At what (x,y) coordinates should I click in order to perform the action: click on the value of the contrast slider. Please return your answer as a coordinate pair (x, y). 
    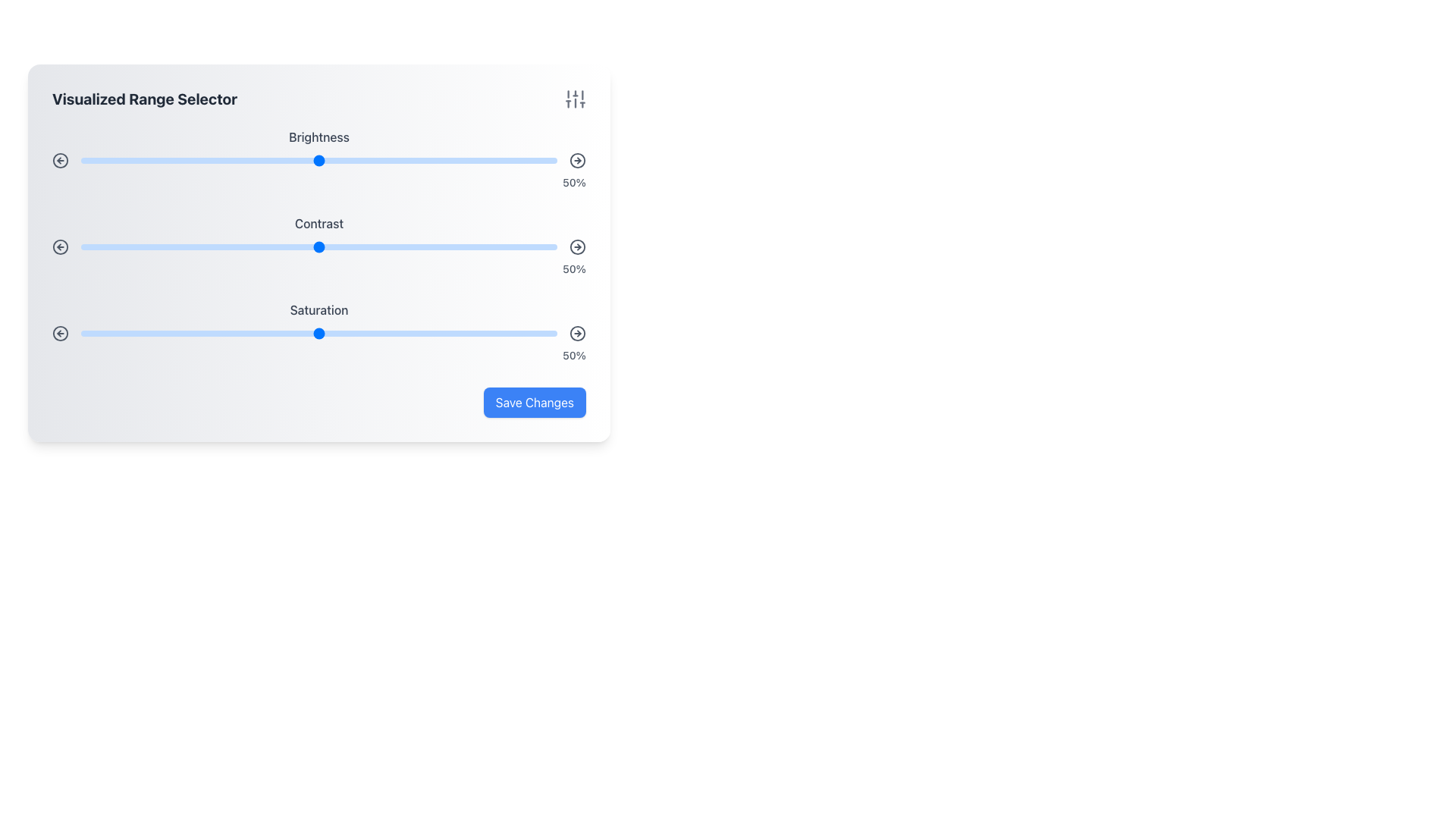
    Looking at the image, I should click on (133, 246).